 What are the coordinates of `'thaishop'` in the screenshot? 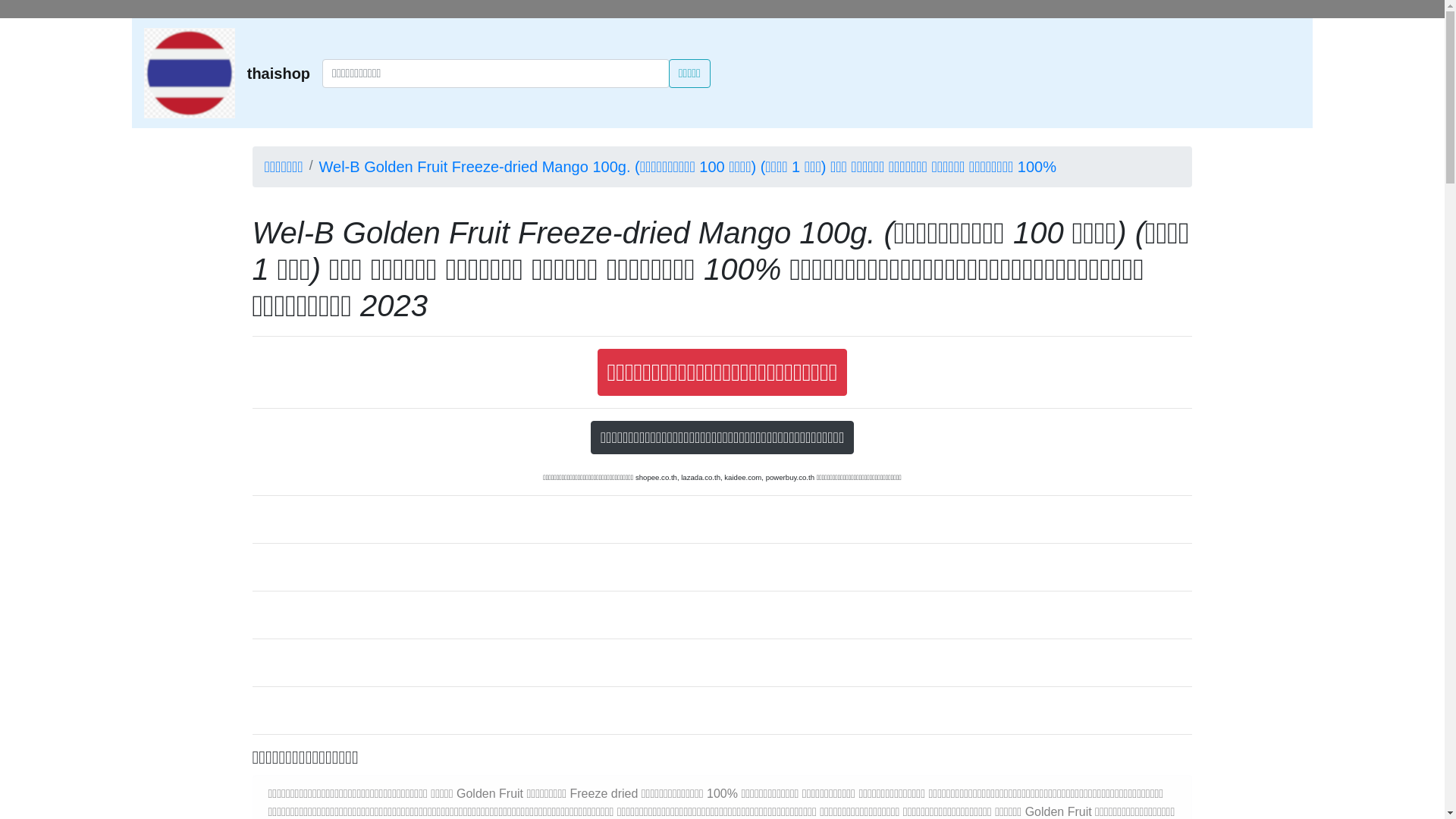 It's located at (278, 73).